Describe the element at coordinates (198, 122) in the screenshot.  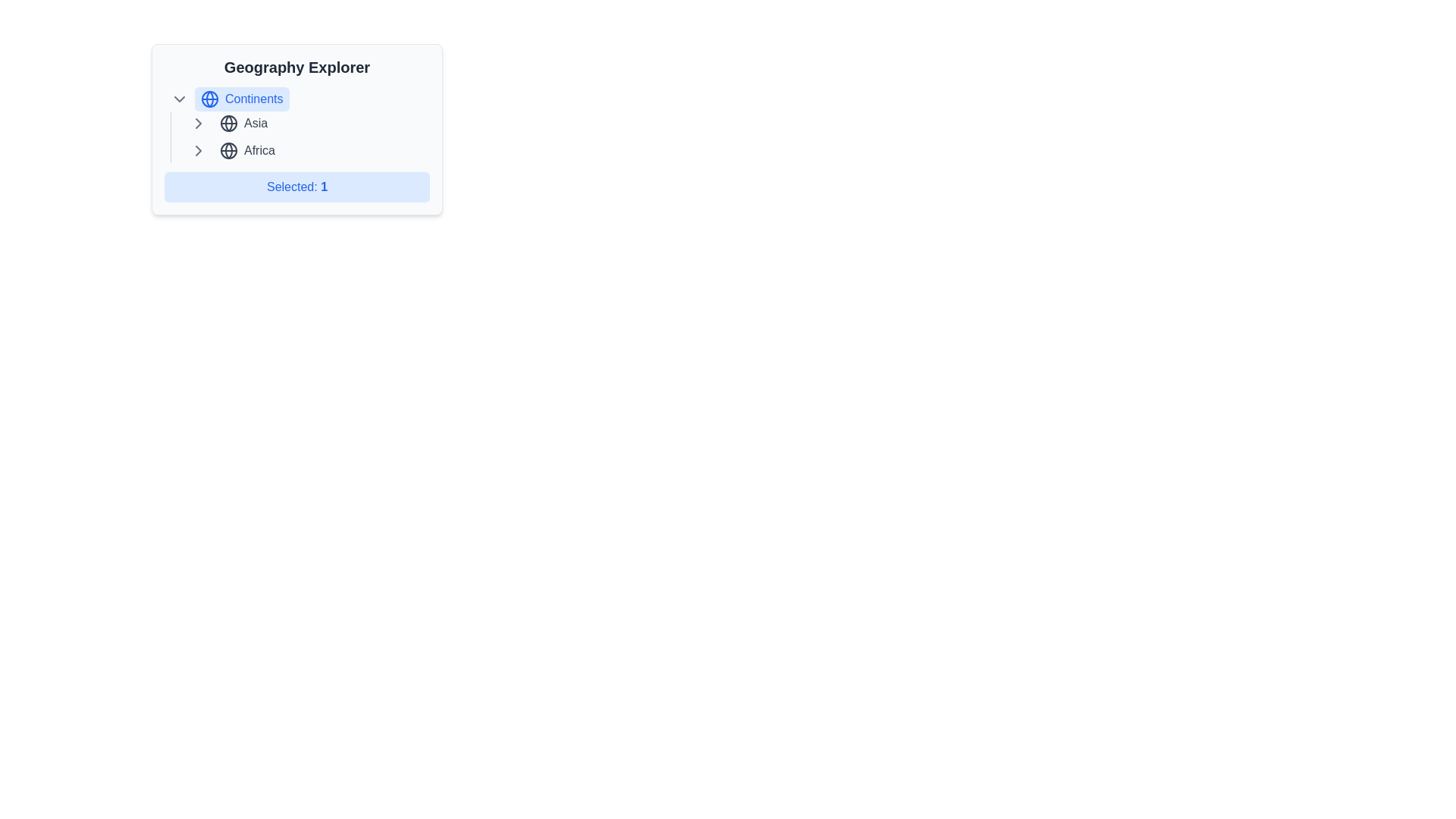
I see `the chevron icon that serves as a toggle indicator for the collapsible section related to 'Asia' in the 'Geography Explorer'` at that location.